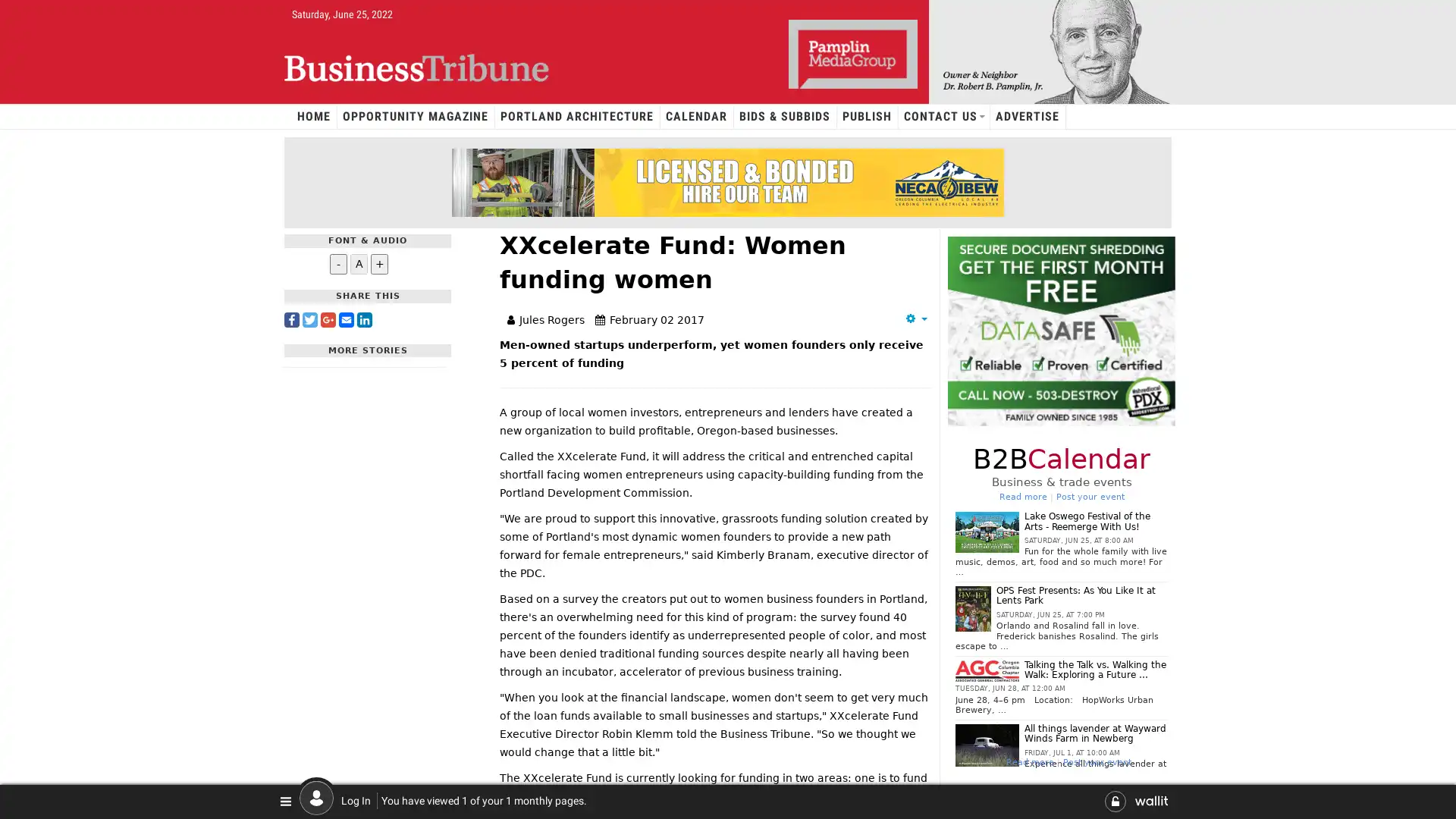 The height and width of the screenshot is (819, 1456). Describe the element at coordinates (379, 262) in the screenshot. I see `+` at that location.